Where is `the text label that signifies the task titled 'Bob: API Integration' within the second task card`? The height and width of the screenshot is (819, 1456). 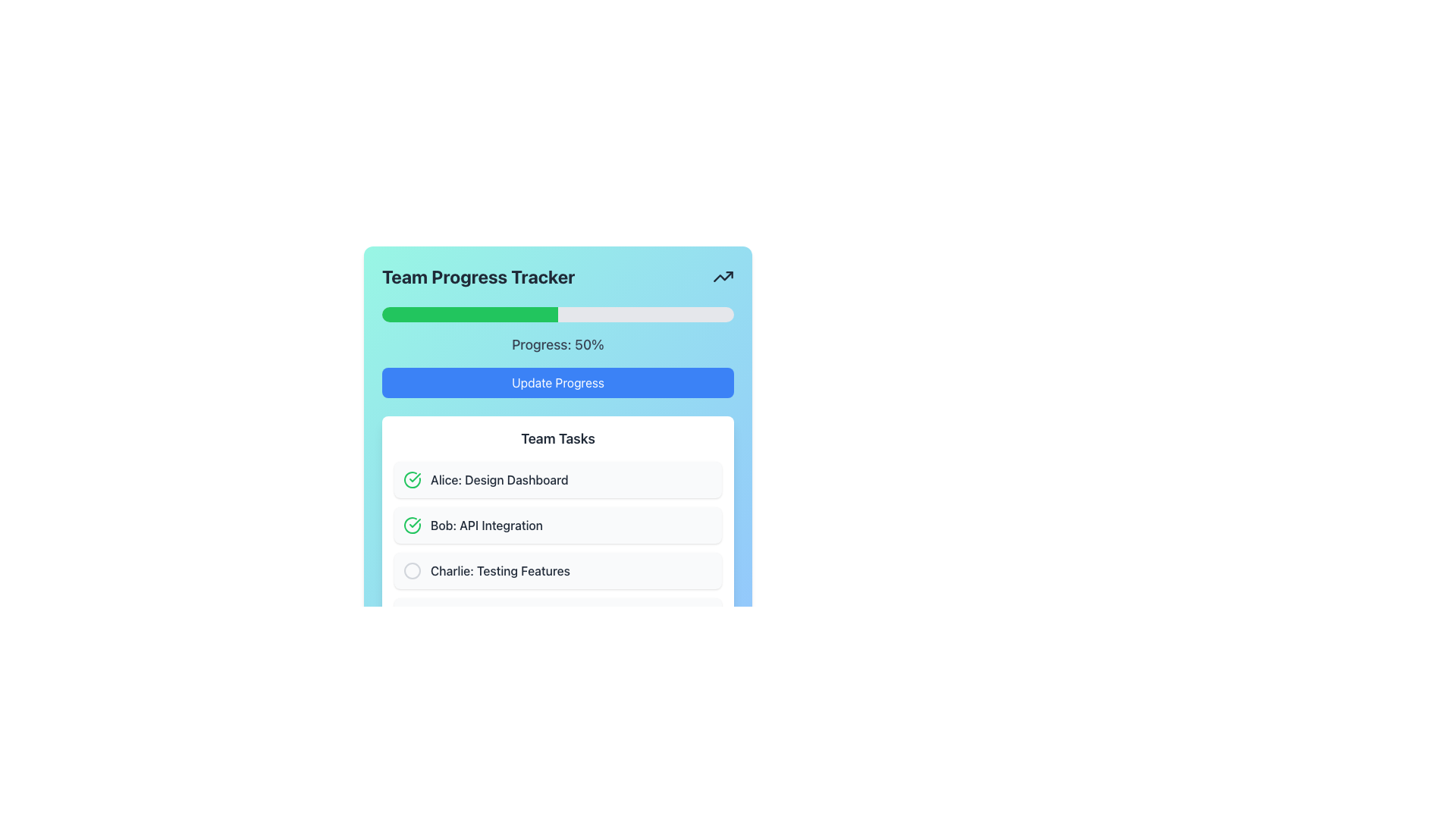
the text label that signifies the task titled 'Bob: API Integration' within the second task card is located at coordinates (487, 525).